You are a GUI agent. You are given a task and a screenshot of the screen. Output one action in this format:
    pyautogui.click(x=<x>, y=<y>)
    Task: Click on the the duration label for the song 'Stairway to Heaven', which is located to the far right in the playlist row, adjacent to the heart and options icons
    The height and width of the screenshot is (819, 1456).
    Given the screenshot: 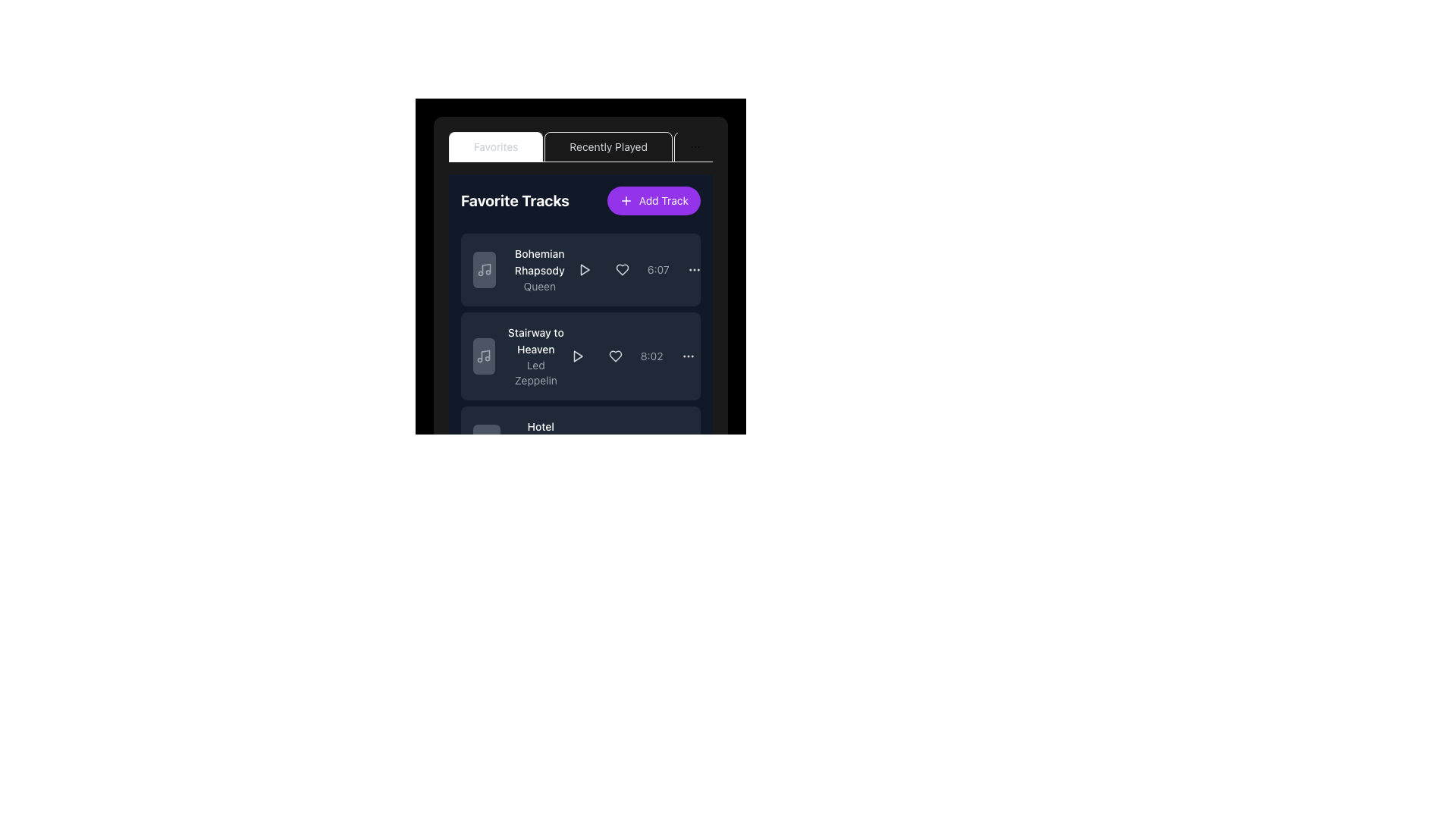 What is the action you would take?
    pyautogui.click(x=651, y=356)
    